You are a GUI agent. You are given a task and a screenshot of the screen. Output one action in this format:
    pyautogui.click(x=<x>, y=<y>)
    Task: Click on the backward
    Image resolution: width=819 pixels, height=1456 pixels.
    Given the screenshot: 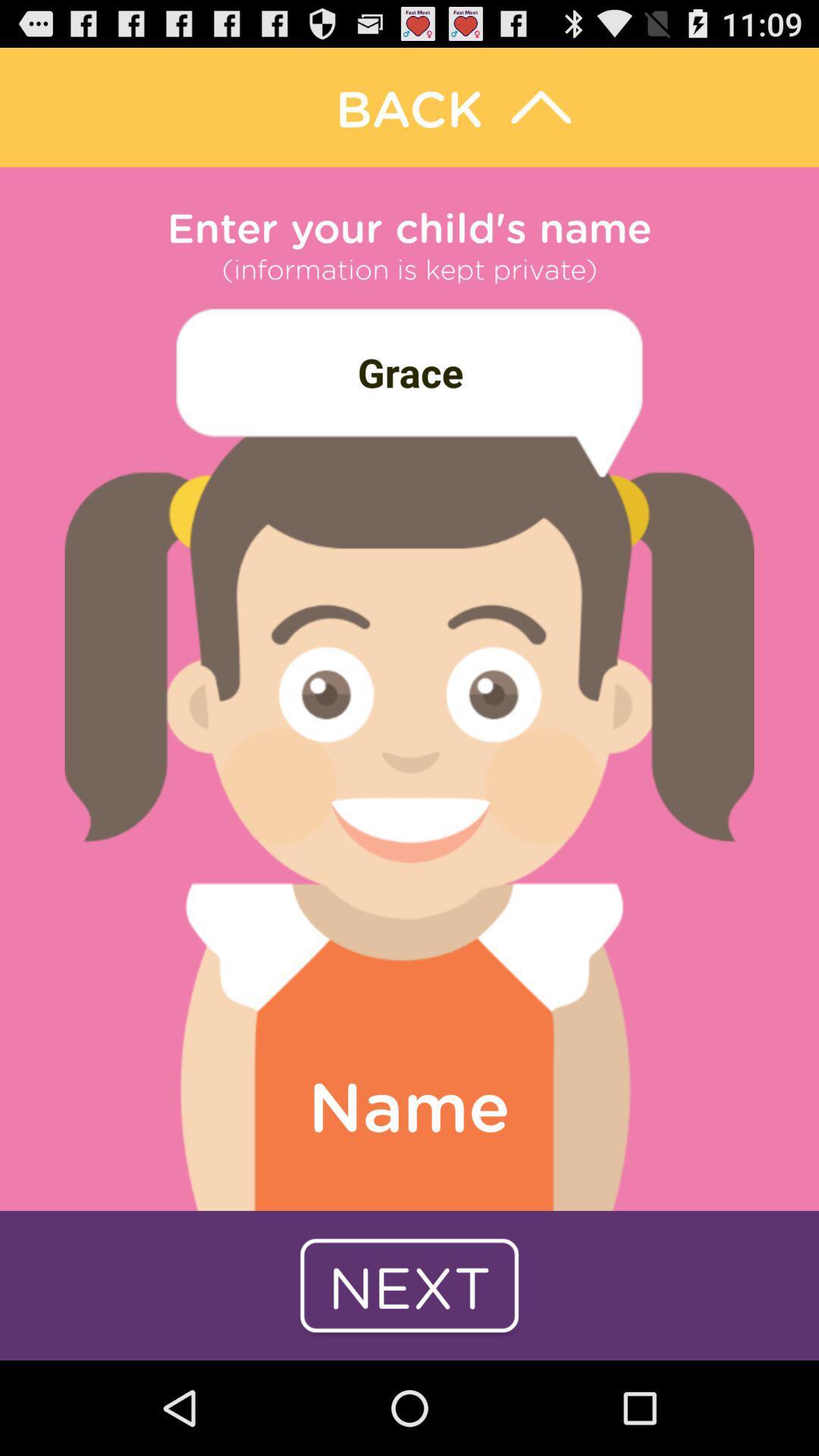 What is the action you would take?
    pyautogui.click(x=409, y=106)
    